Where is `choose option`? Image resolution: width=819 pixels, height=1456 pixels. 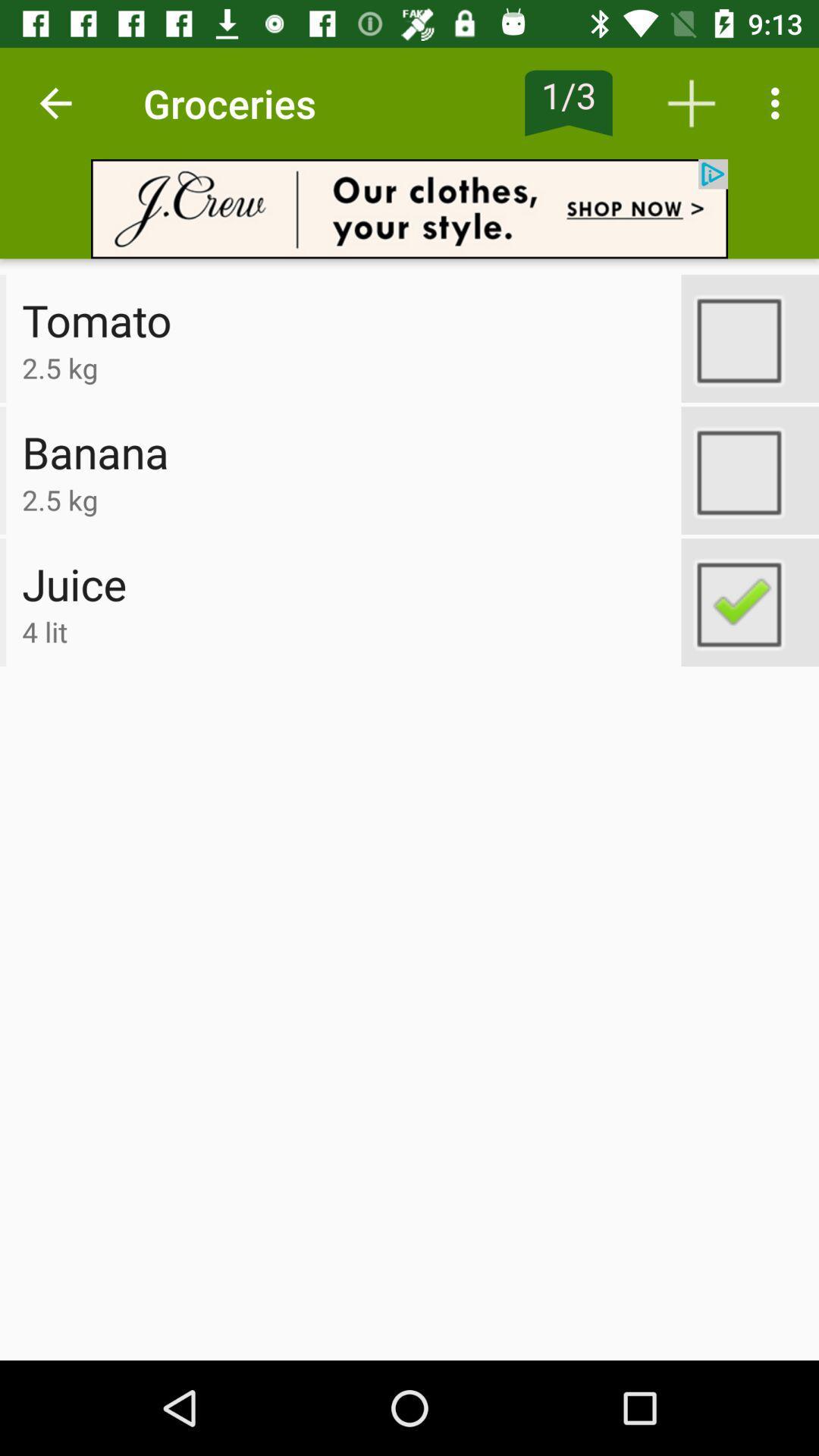
choose option is located at coordinates (749, 337).